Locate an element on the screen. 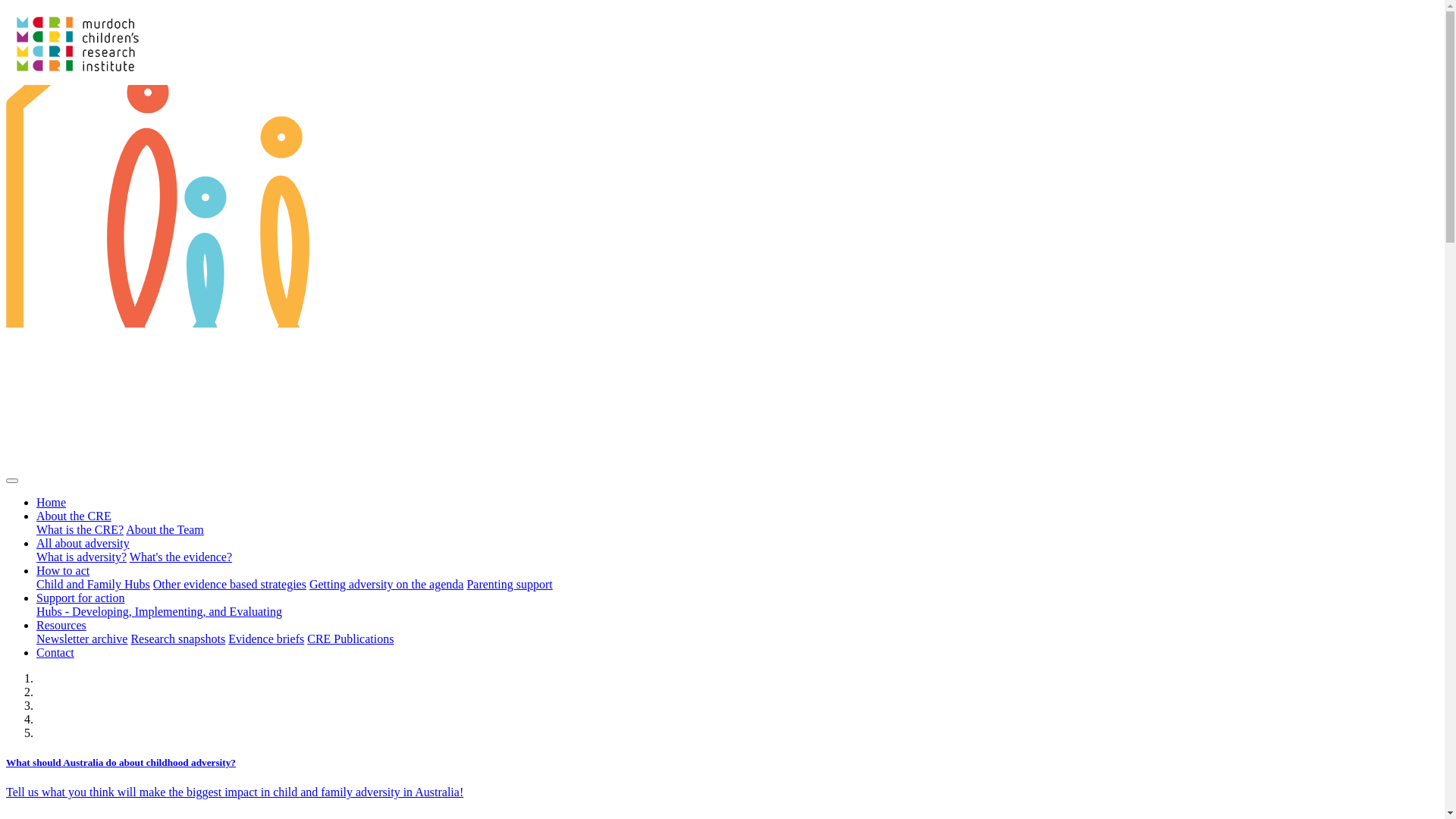  'About the Team' is located at coordinates (165, 529).